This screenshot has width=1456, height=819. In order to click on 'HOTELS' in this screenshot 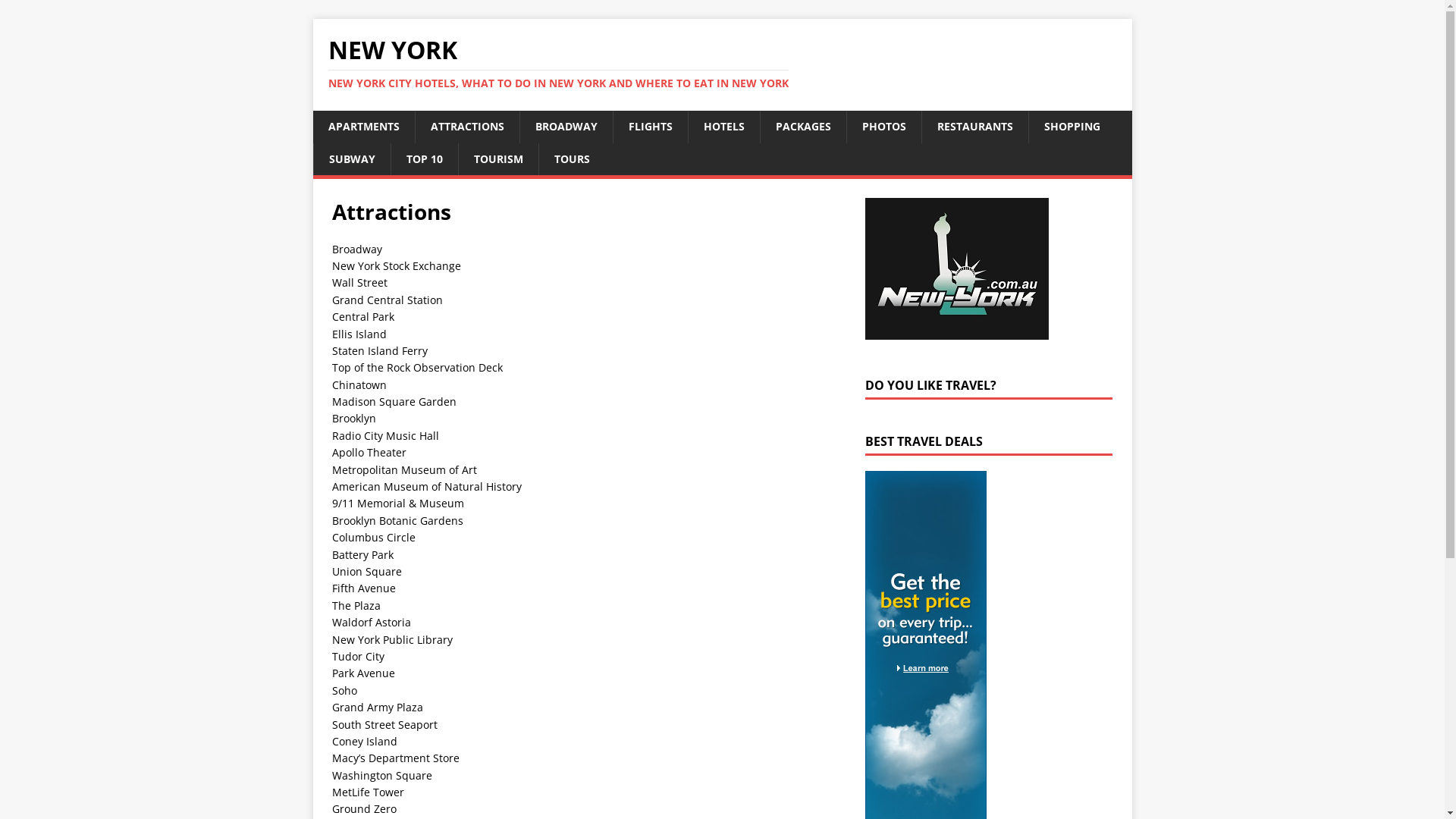, I will do `click(722, 125)`.